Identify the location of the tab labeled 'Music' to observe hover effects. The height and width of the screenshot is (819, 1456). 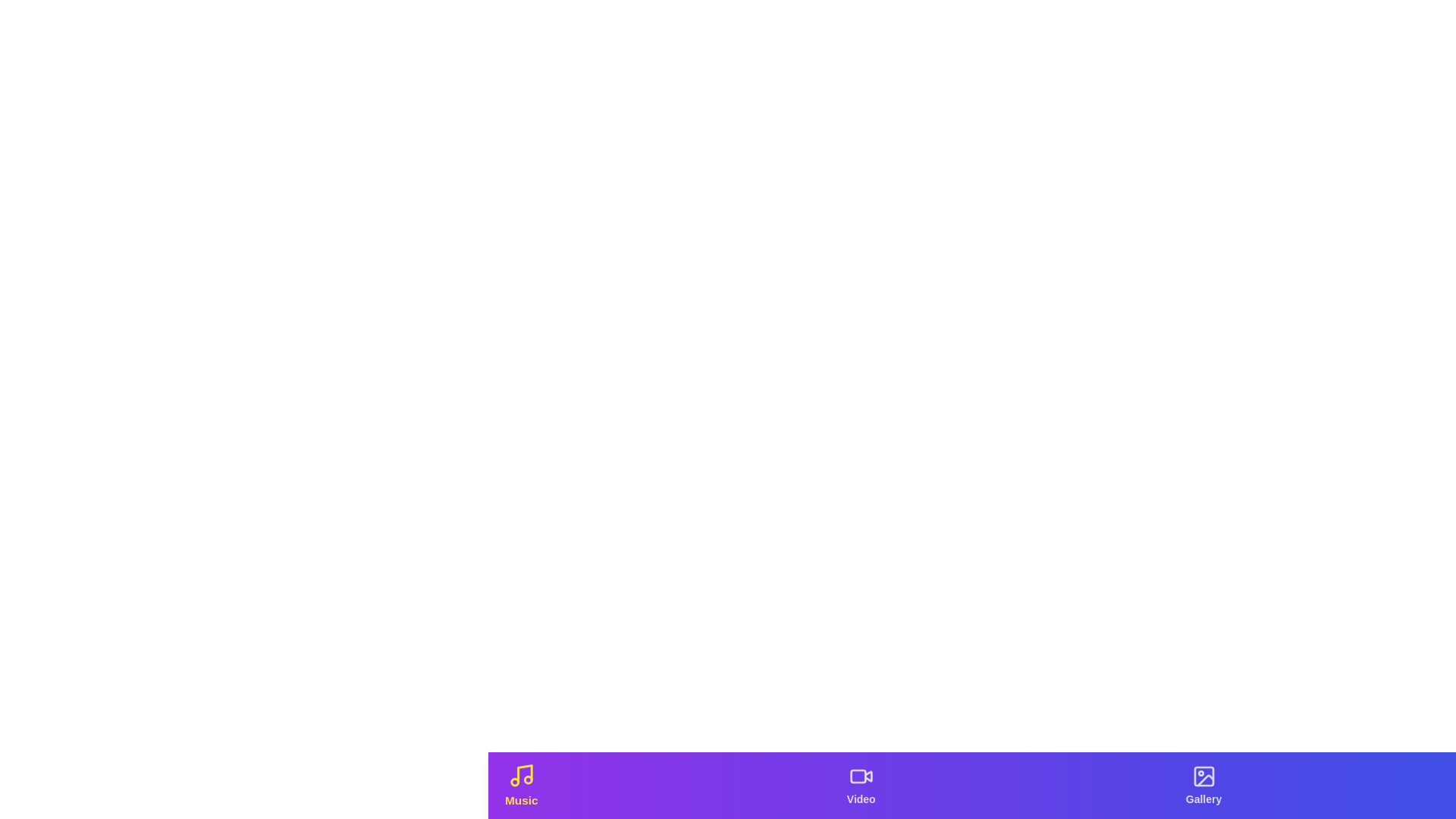
(521, 785).